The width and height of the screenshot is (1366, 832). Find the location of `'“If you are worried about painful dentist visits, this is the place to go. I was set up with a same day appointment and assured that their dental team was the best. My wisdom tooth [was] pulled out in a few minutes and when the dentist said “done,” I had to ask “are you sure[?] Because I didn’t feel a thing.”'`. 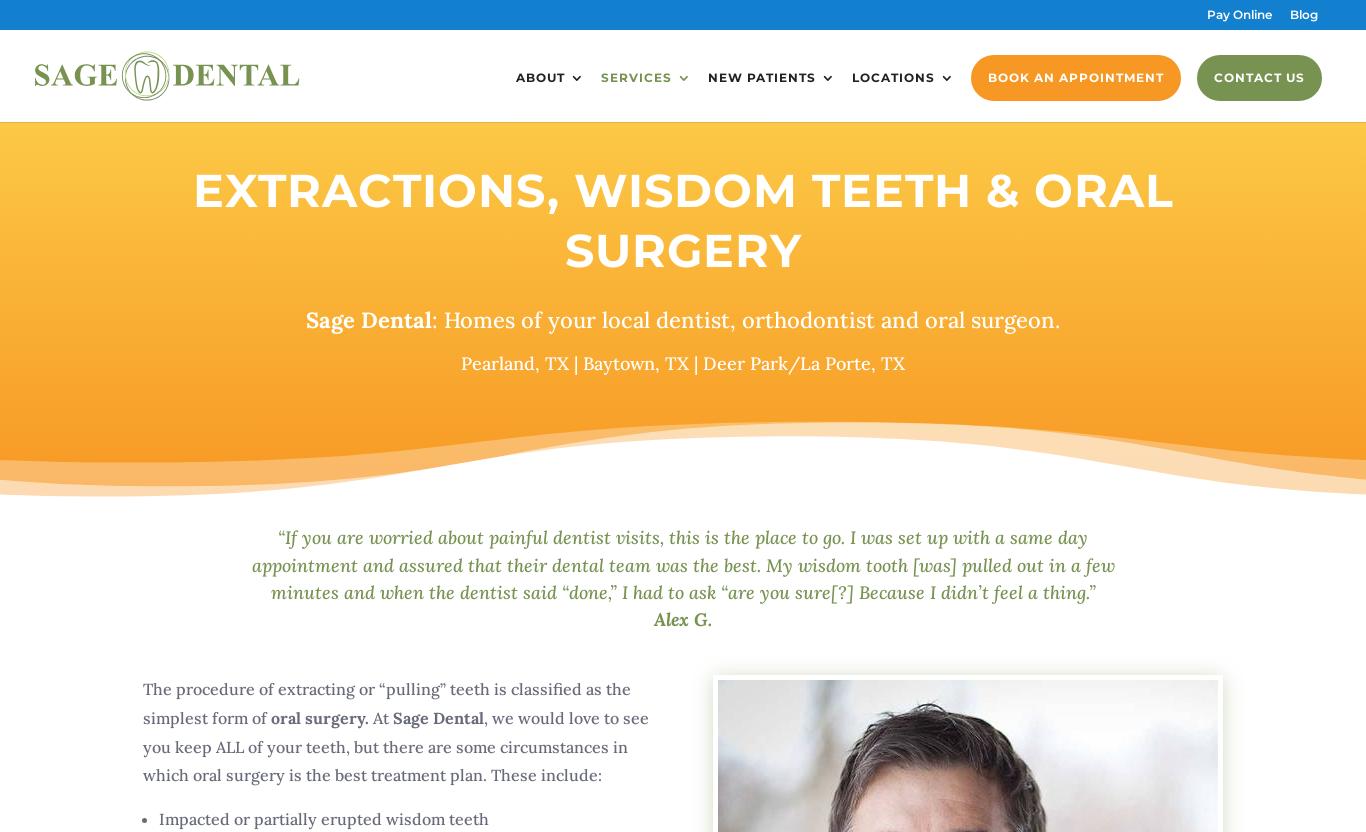

'“If you are worried about painful dentist visits, this is the place to go. I was set up with a same day appointment and assured that their dental team was the best. My wisdom tooth [was] pulled out in a few minutes and when the dentist said “done,” I had to ask “are you sure[?] Because I didn’t feel a thing.”' is located at coordinates (681, 564).